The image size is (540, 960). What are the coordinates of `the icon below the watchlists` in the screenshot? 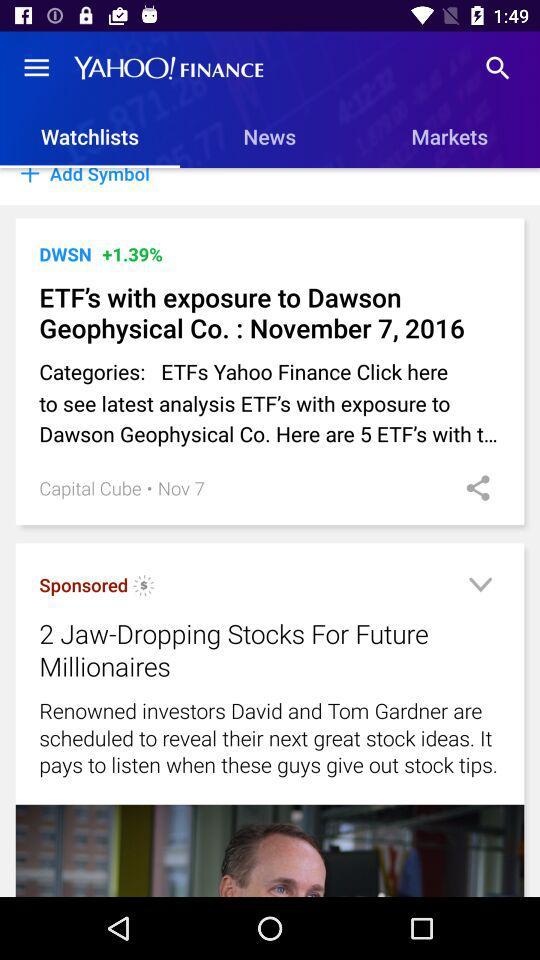 It's located at (270, 186).